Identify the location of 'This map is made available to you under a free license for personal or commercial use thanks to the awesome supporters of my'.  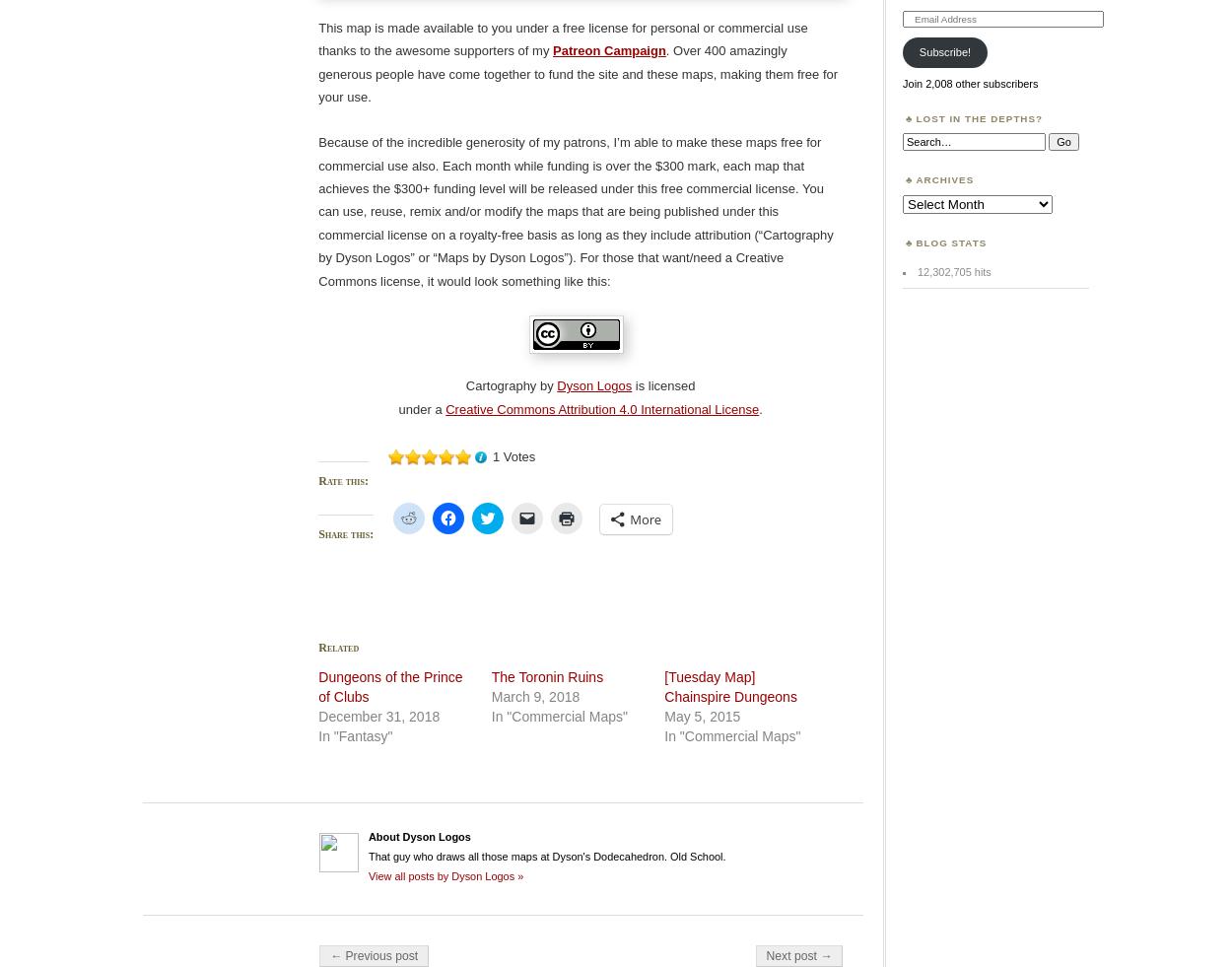
(562, 37).